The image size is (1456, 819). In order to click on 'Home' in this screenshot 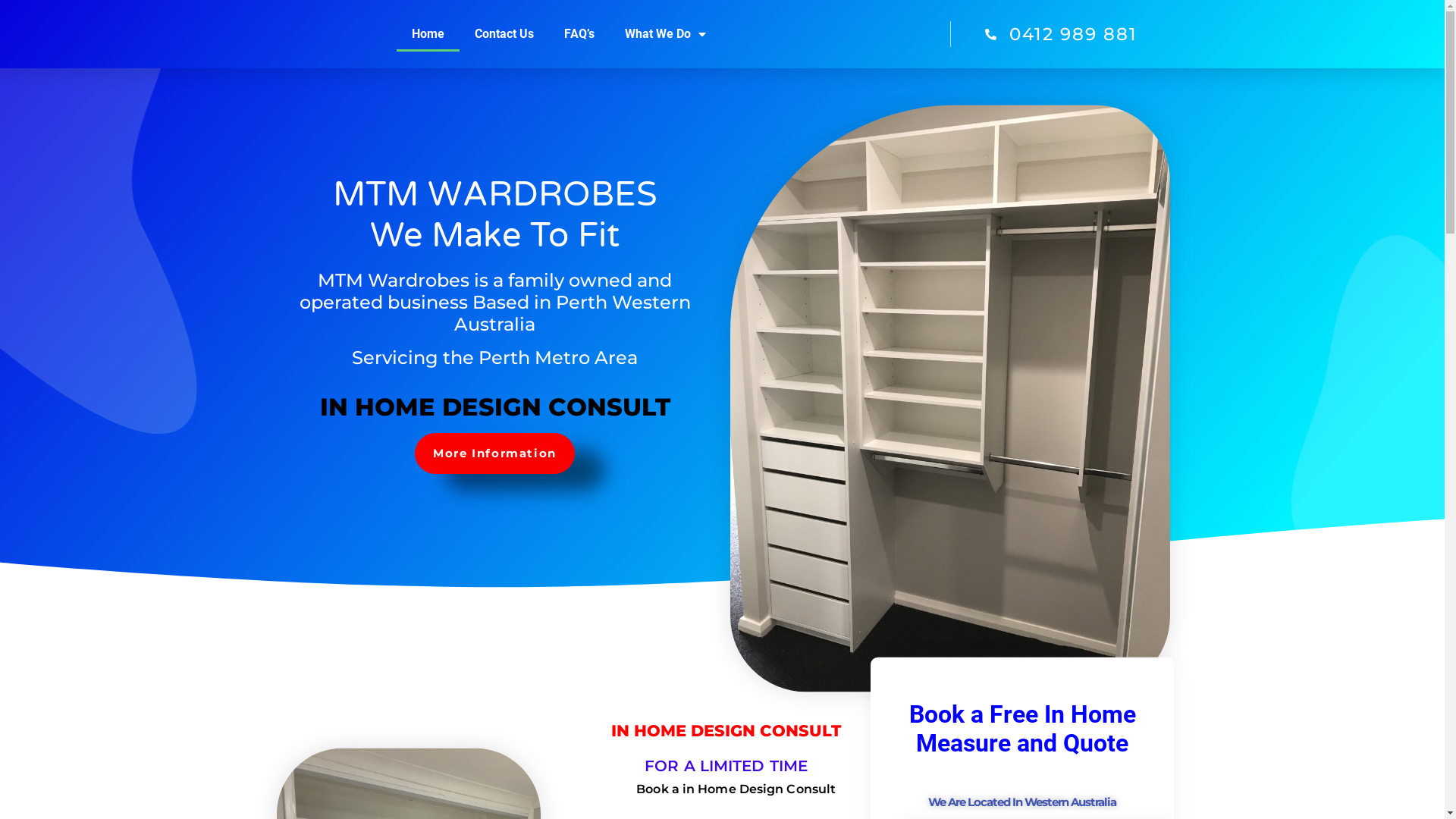, I will do `click(397, 34)`.